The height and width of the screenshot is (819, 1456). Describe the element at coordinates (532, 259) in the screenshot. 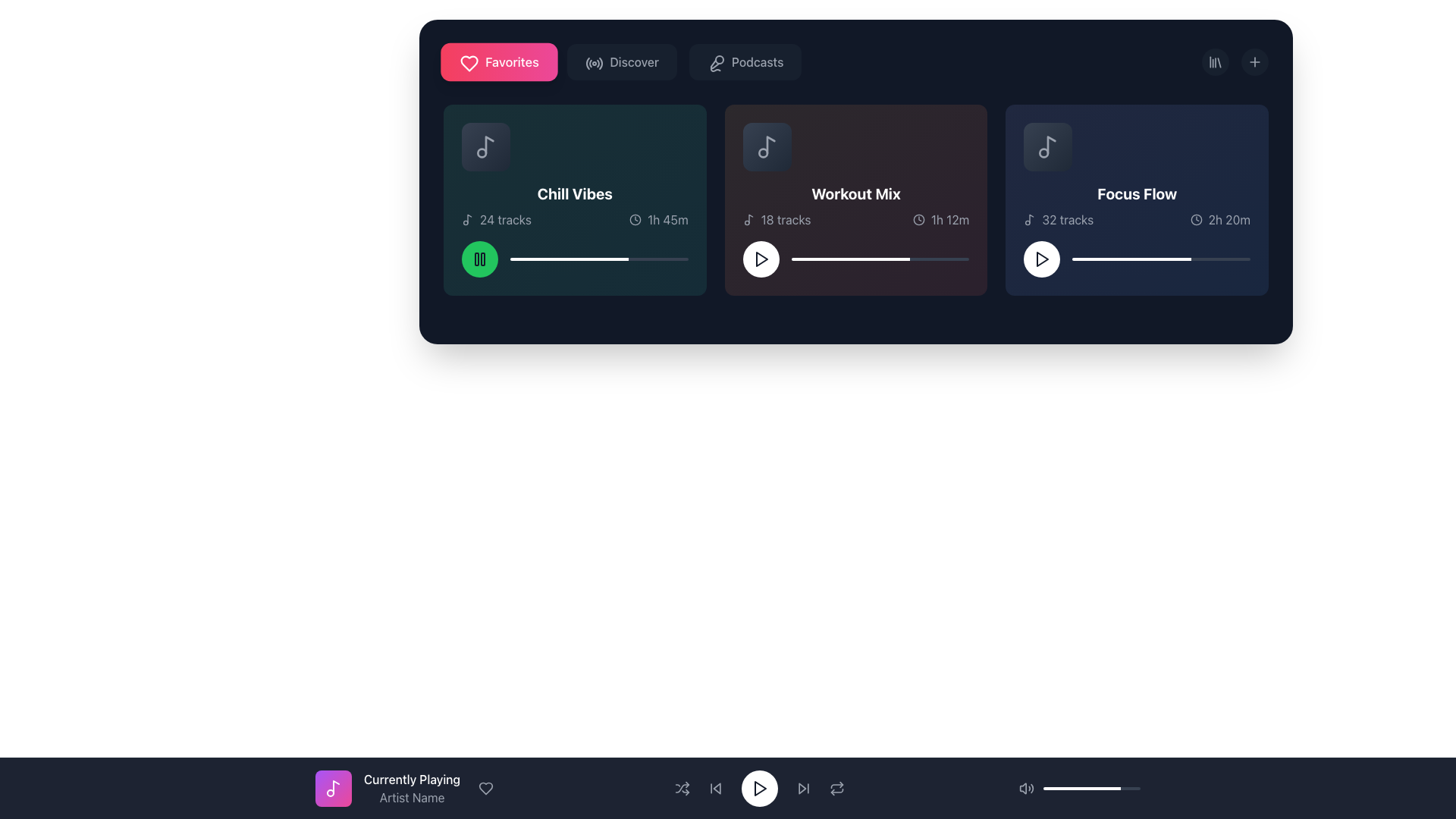

I see `the slider` at that location.